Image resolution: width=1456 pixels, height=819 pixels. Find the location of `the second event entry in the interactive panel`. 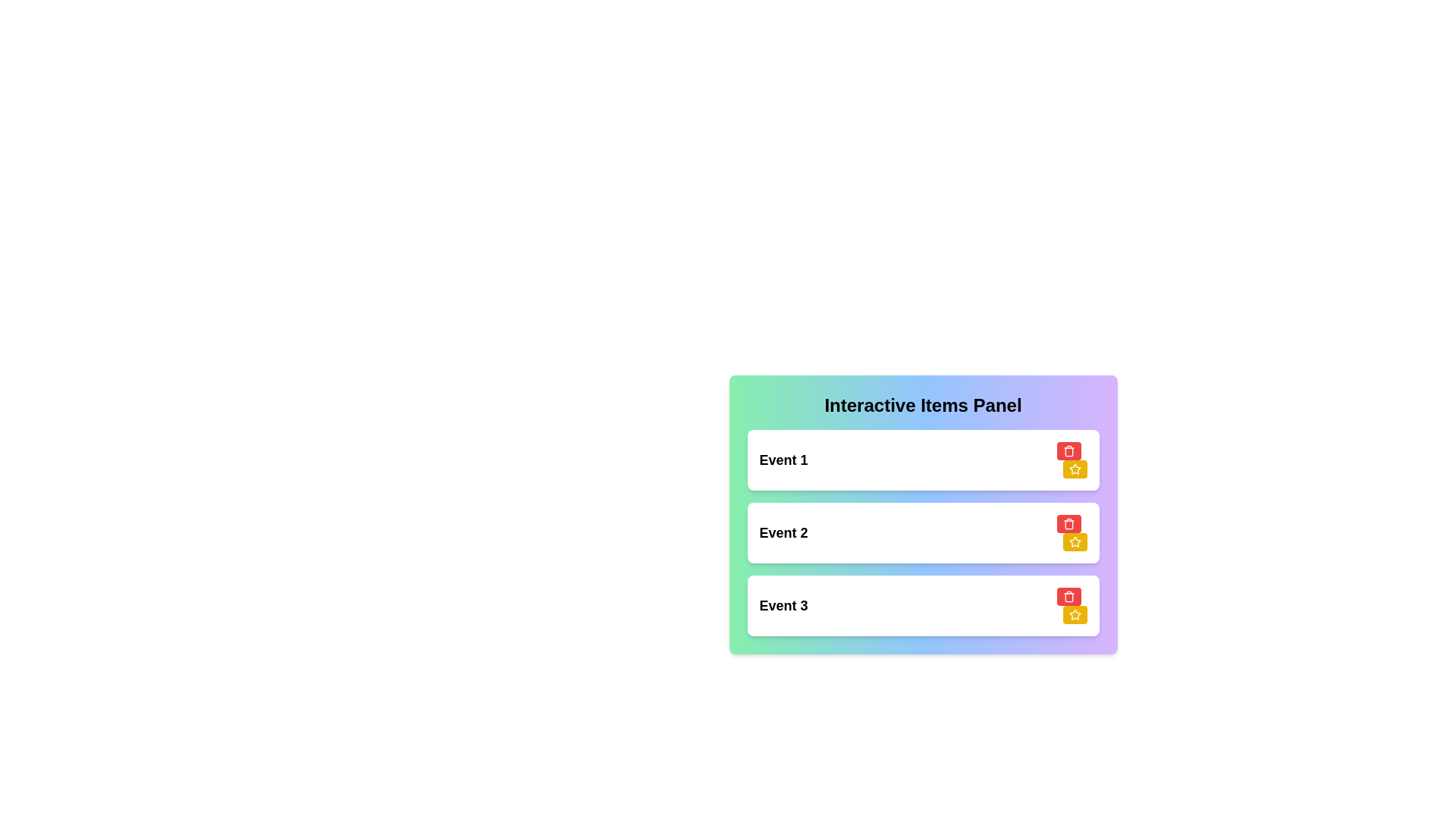

the second event entry in the interactive panel is located at coordinates (922, 532).